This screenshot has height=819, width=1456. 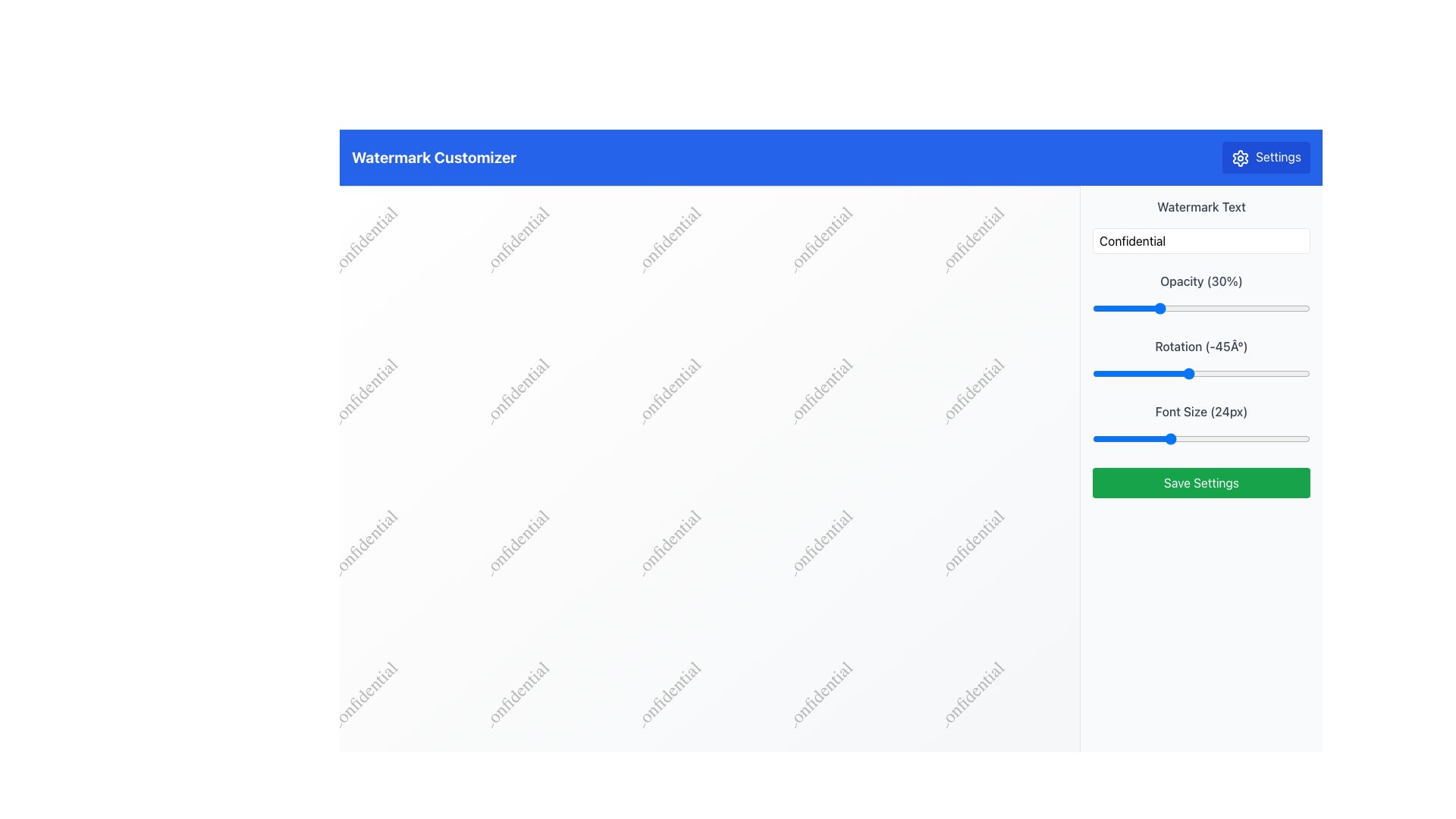 What do you see at coordinates (1241, 158) in the screenshot?
I see `the settings icon located inside the blue button labeled 'Settings' in the top-right corner of the interface header bar` at bounding box center [1241, 158].